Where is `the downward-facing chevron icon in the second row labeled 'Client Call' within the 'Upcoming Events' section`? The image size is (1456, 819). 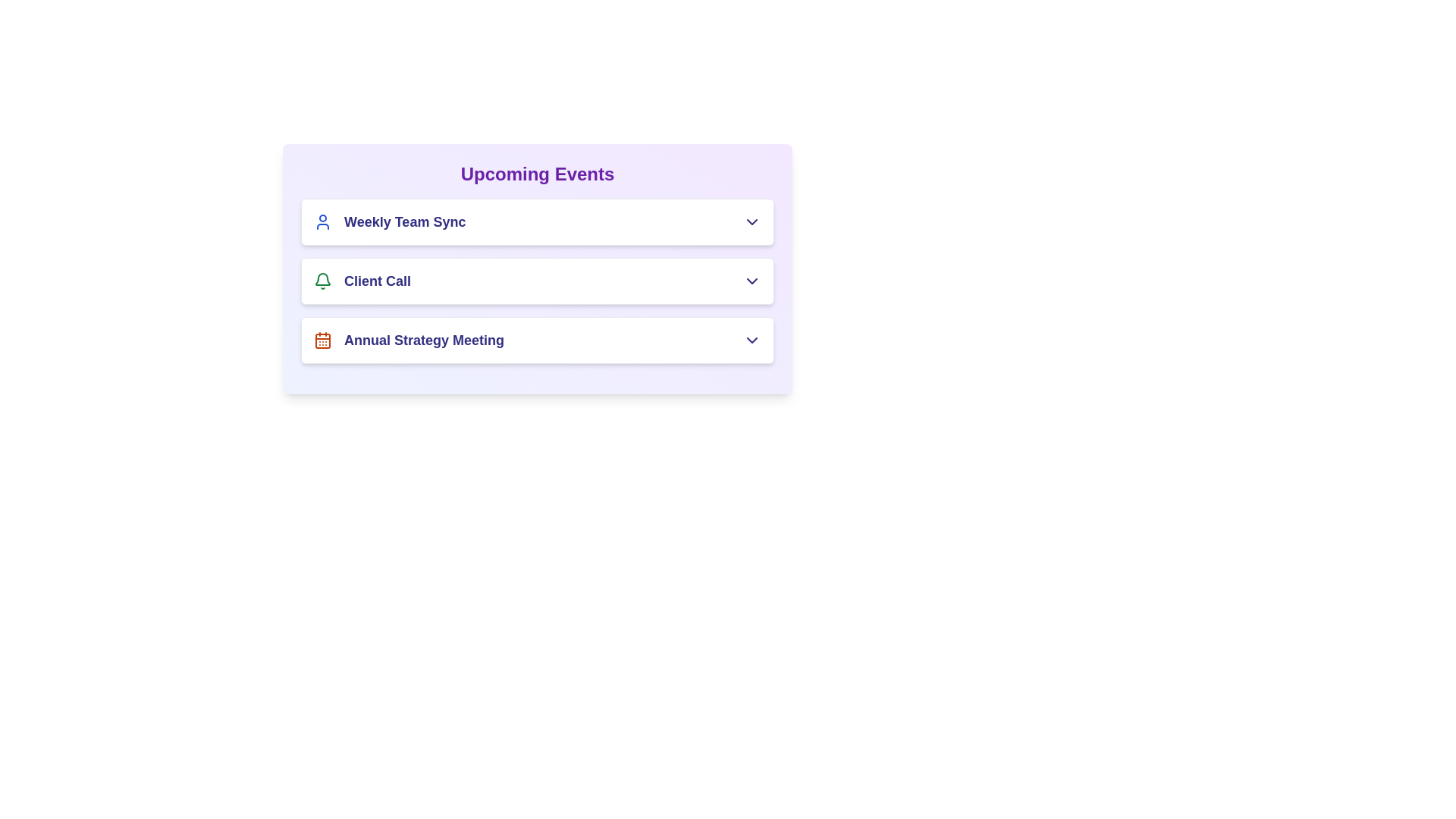
the downward-facing chevron icon in the second row labeled 'Client Call' within the 'Upcoming Events' section is located at coordinates (752, 281).